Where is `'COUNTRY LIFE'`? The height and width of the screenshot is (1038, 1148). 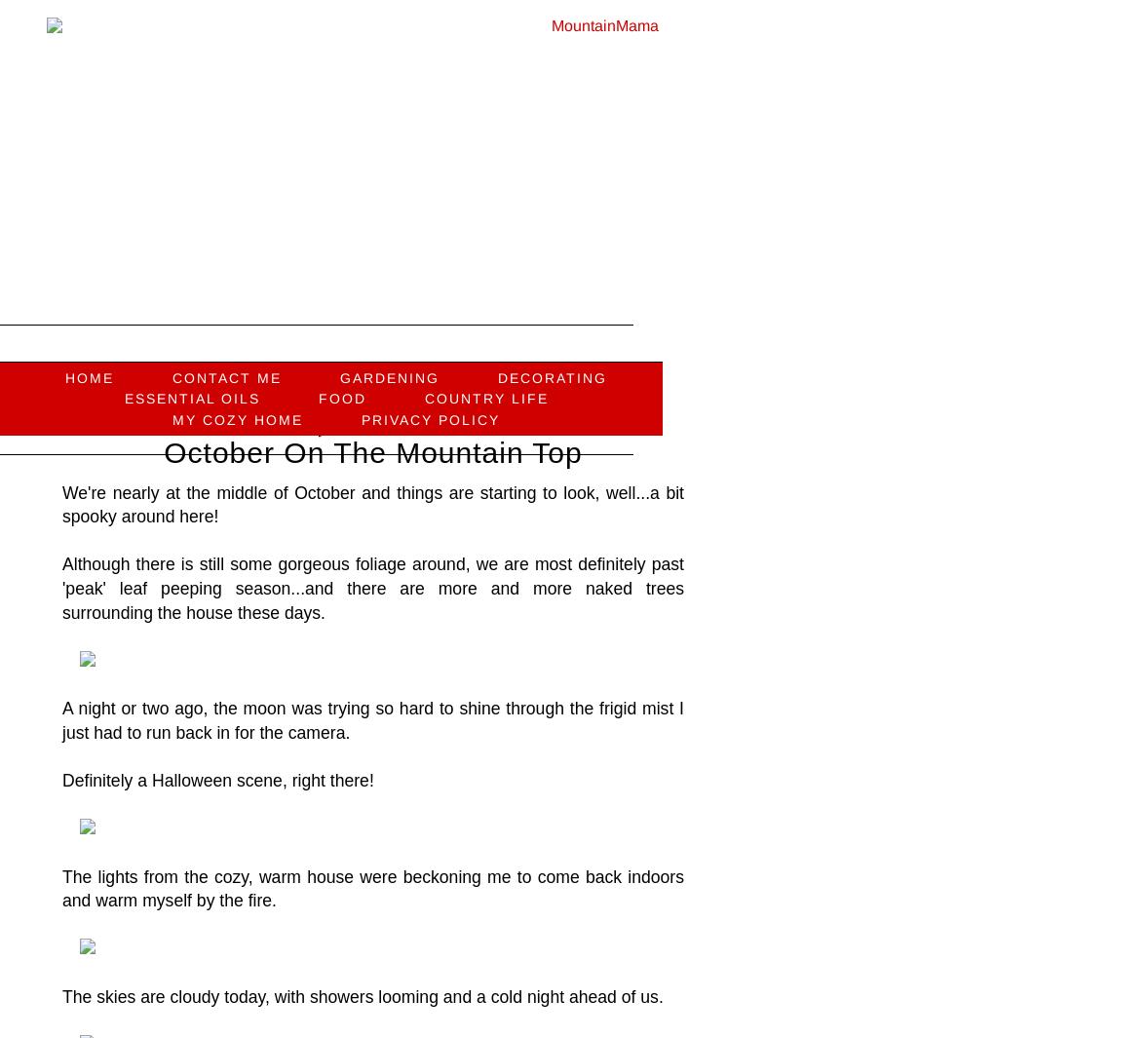
'COUNTRY LIFE' is located at coordinates (485, 397).